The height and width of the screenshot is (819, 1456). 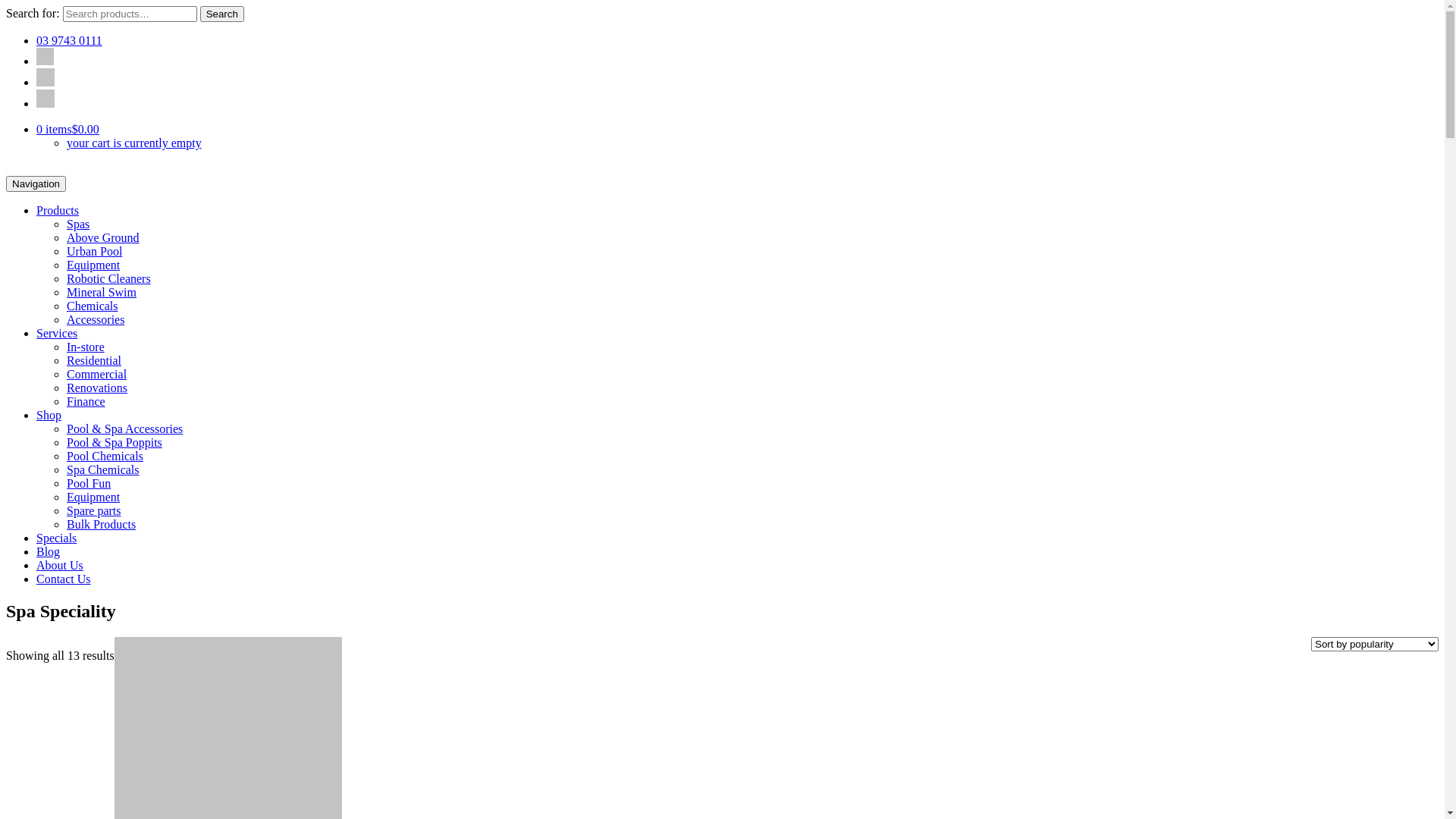 I want to click on 'Blog', so click(x=48, y=551).